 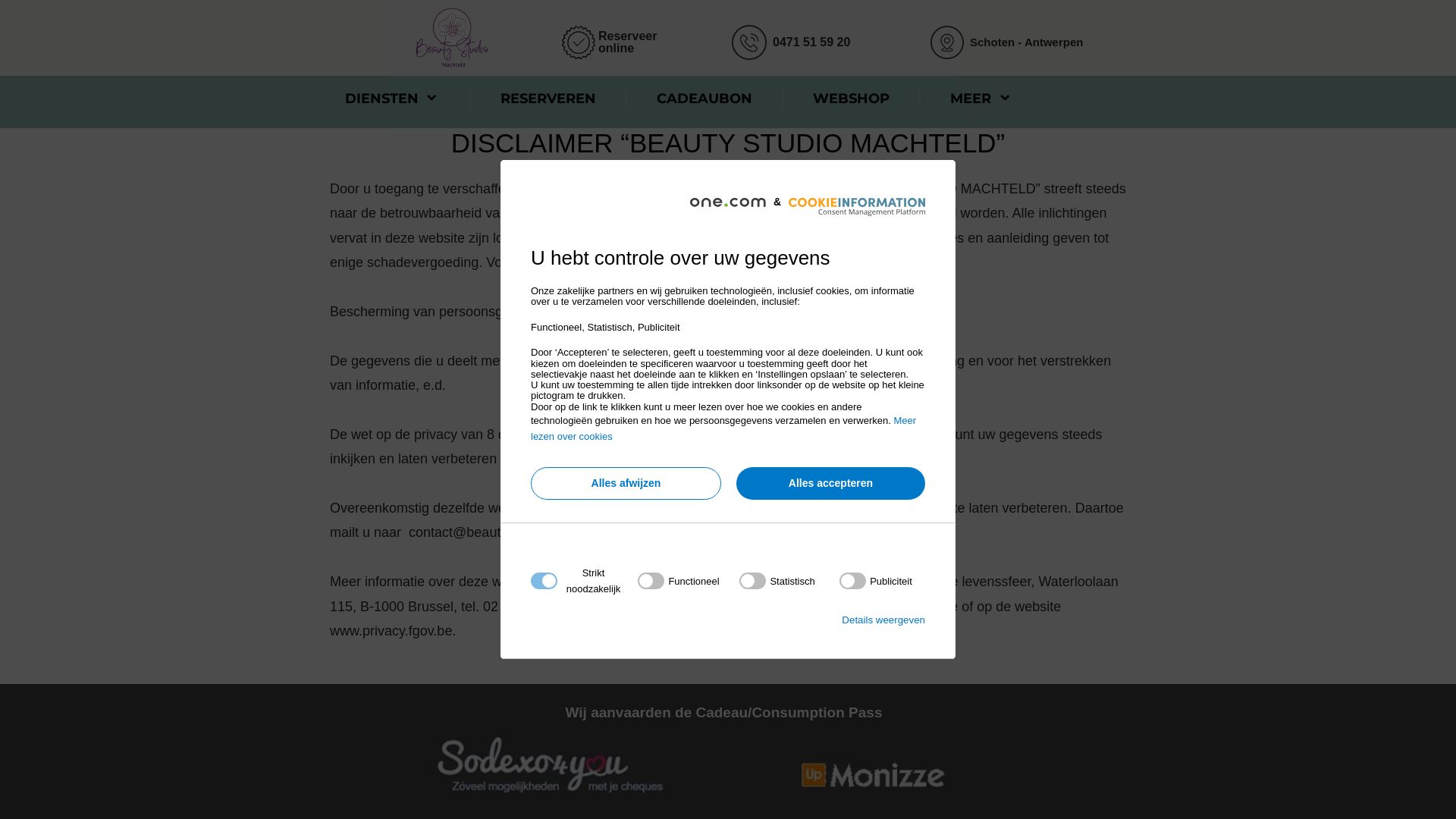 I want to click on 'WEBSHOP', so click(x=796, y=99).